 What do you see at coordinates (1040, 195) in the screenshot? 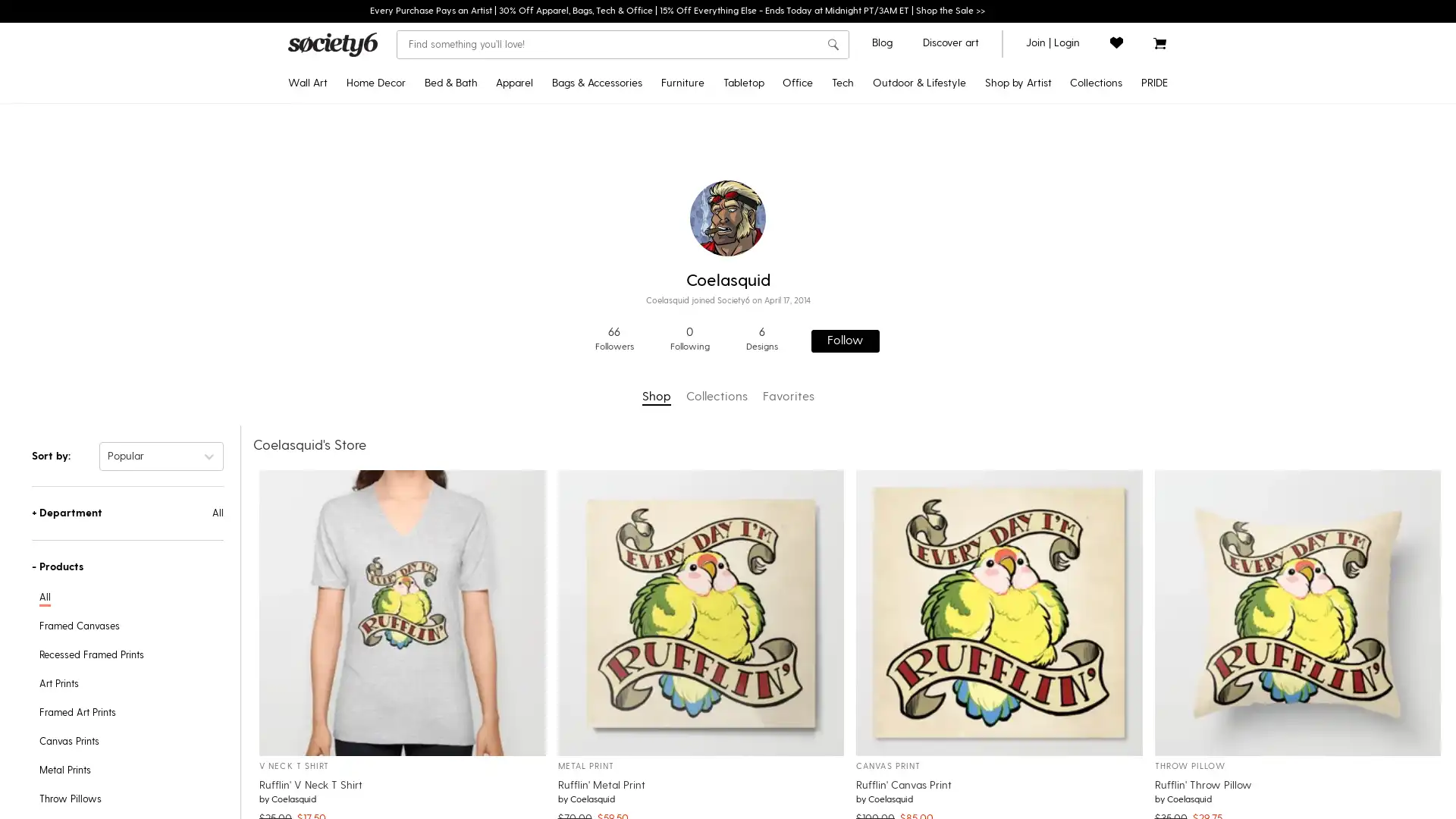
I see `Discover Black Artists` at bounding box center [1040, 195].